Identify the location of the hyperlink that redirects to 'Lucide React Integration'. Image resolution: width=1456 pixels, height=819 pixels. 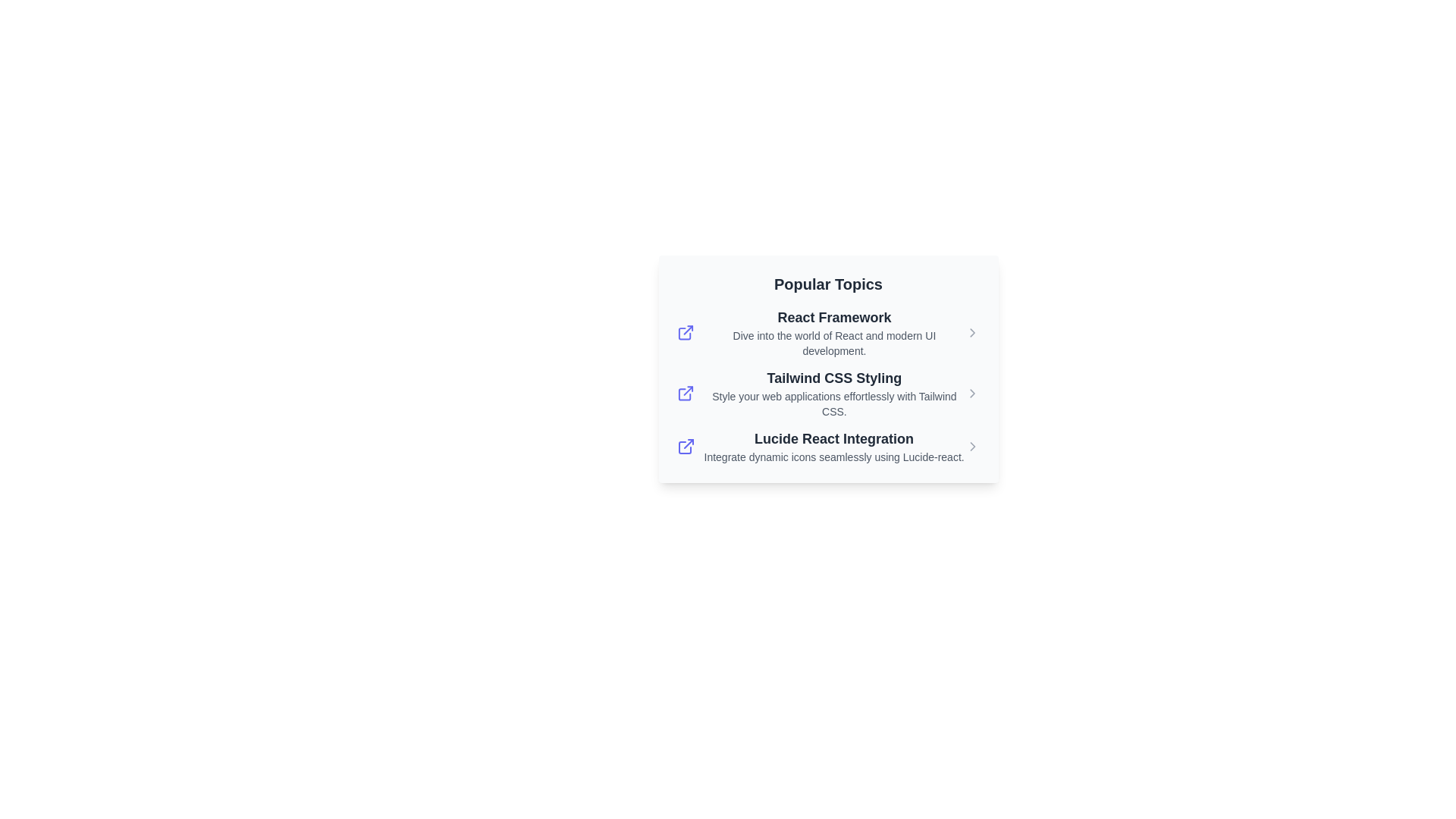
(833, 438).